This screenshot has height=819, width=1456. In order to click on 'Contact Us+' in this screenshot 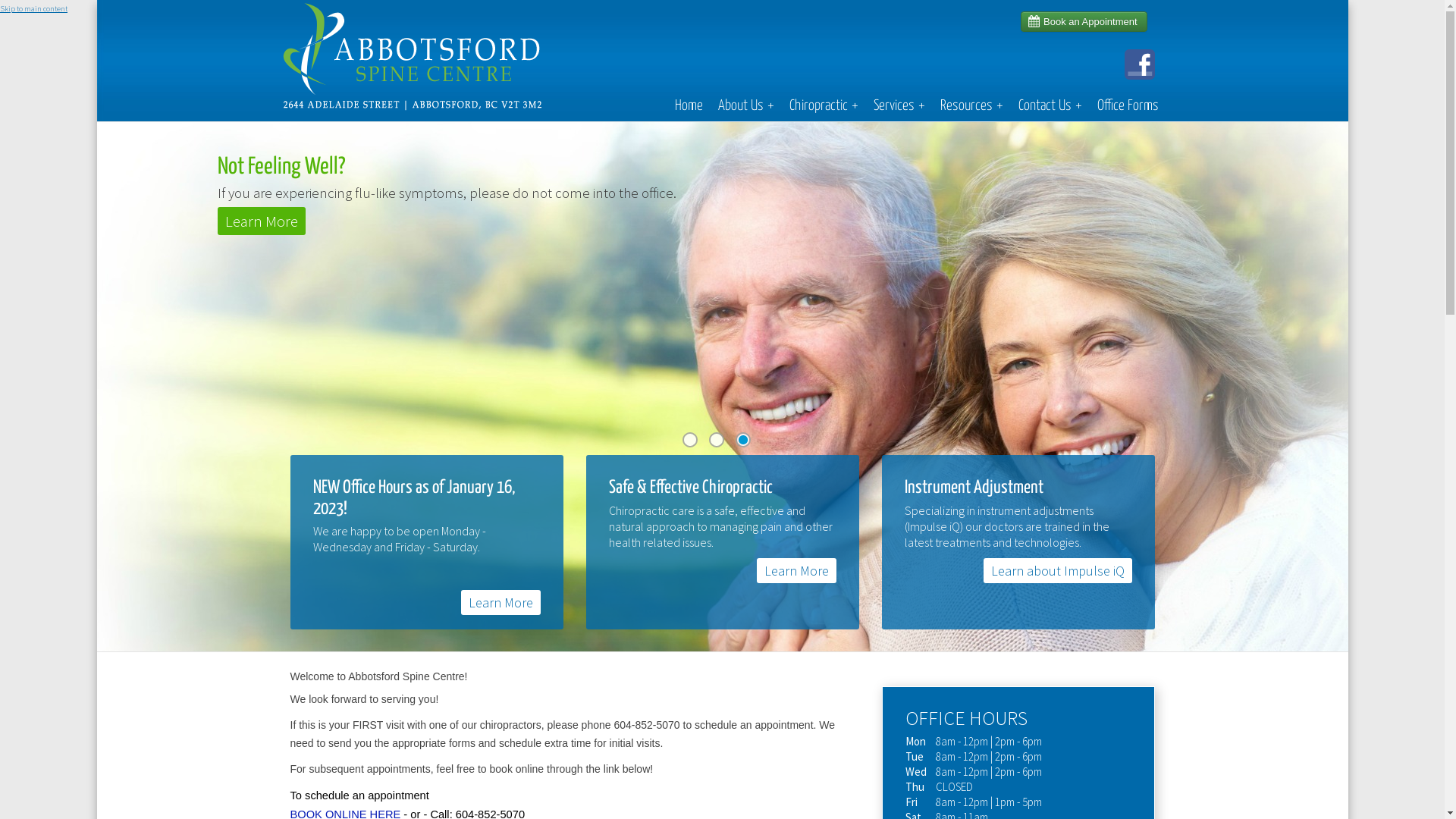, I will do `click(1048, 105)`.